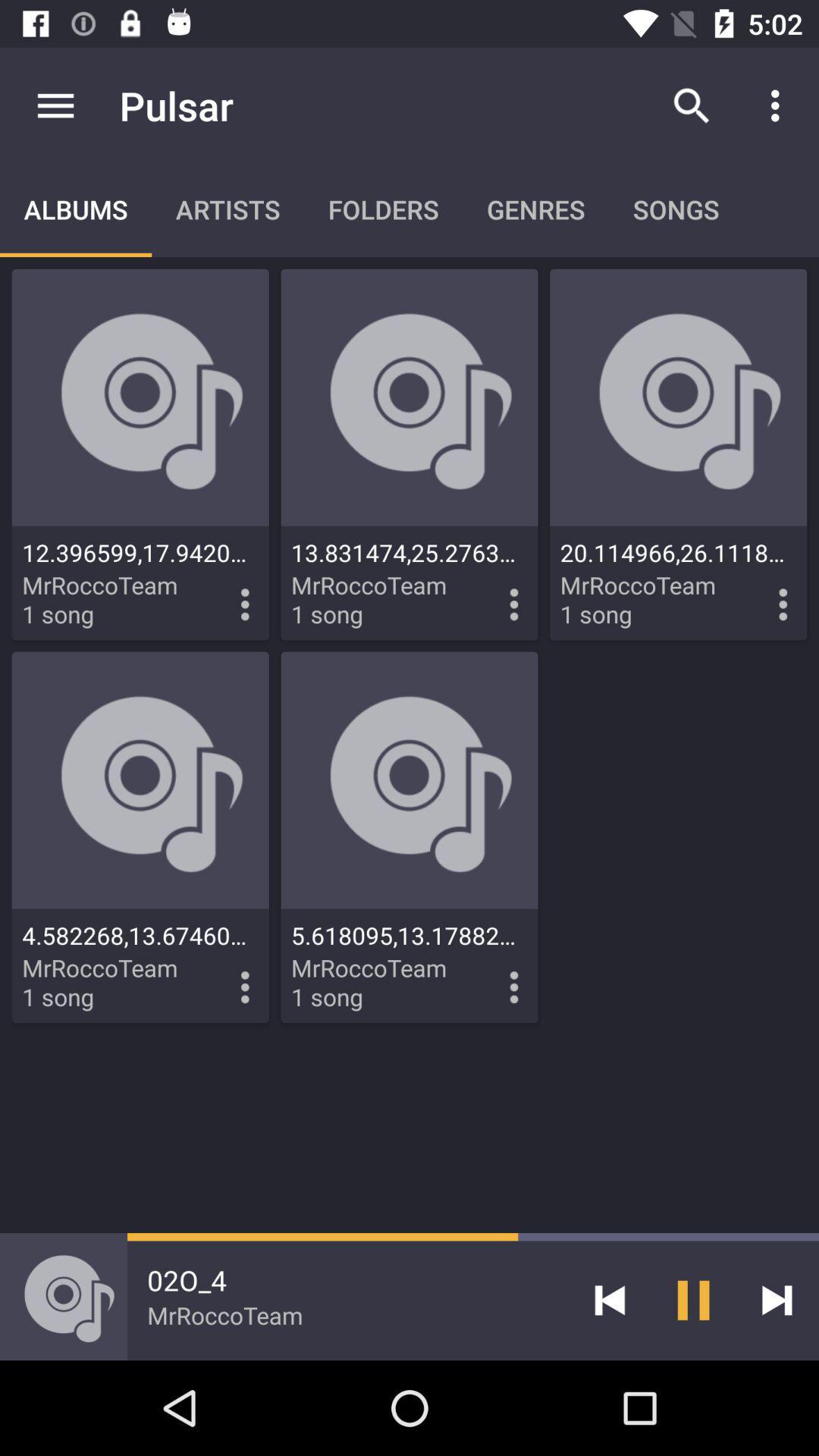 The width and height of the screenshot is (819, 1456). What do you see at coordinates (691, 105) in the screenshot?
I see `item to the right of pulsar app` at bounding box center [691, 105].